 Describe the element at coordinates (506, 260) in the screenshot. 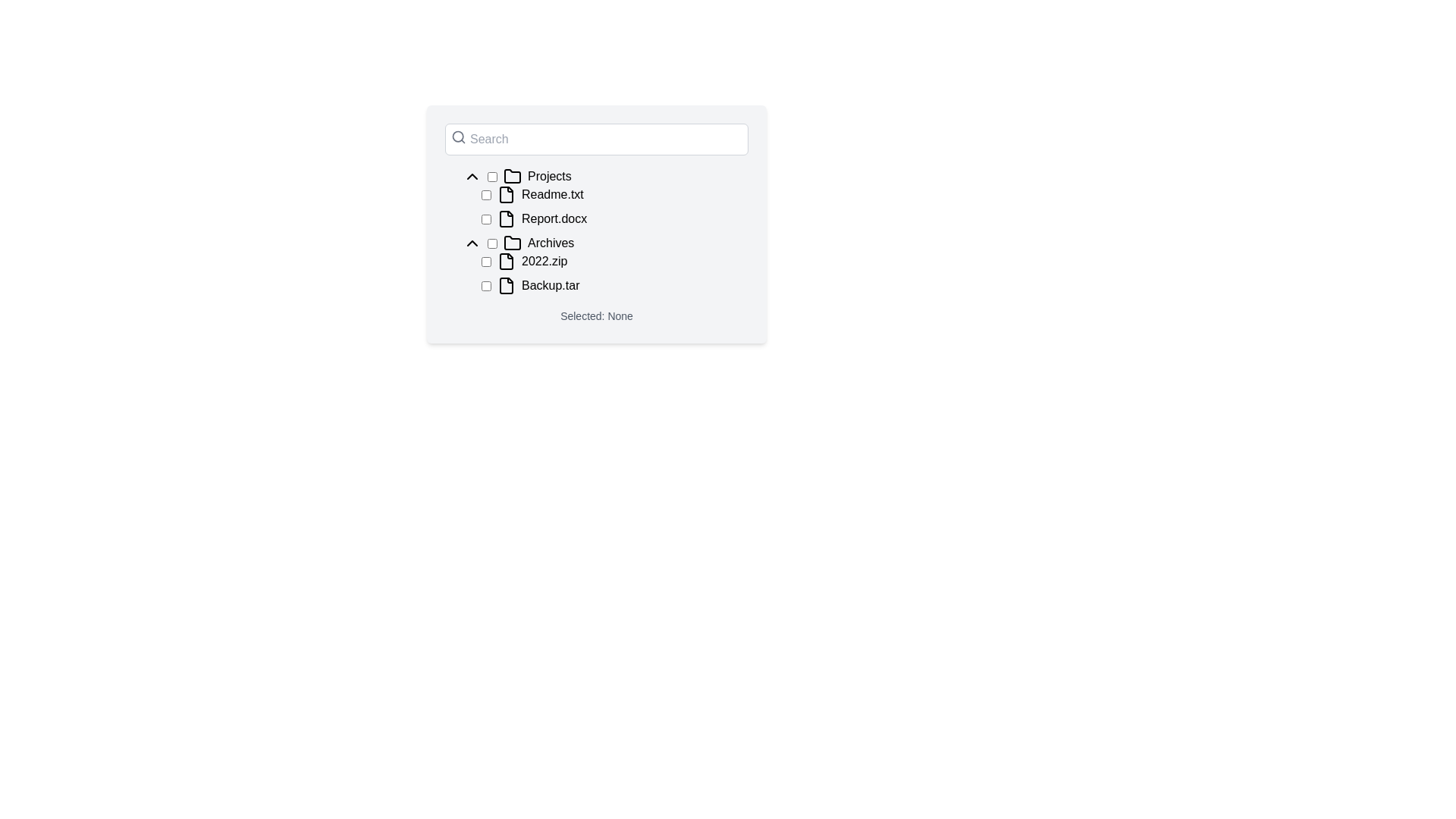

I see `the document icon with a minimalistic outlined design, positioned to the left of the text '2022.zip'` at that location.